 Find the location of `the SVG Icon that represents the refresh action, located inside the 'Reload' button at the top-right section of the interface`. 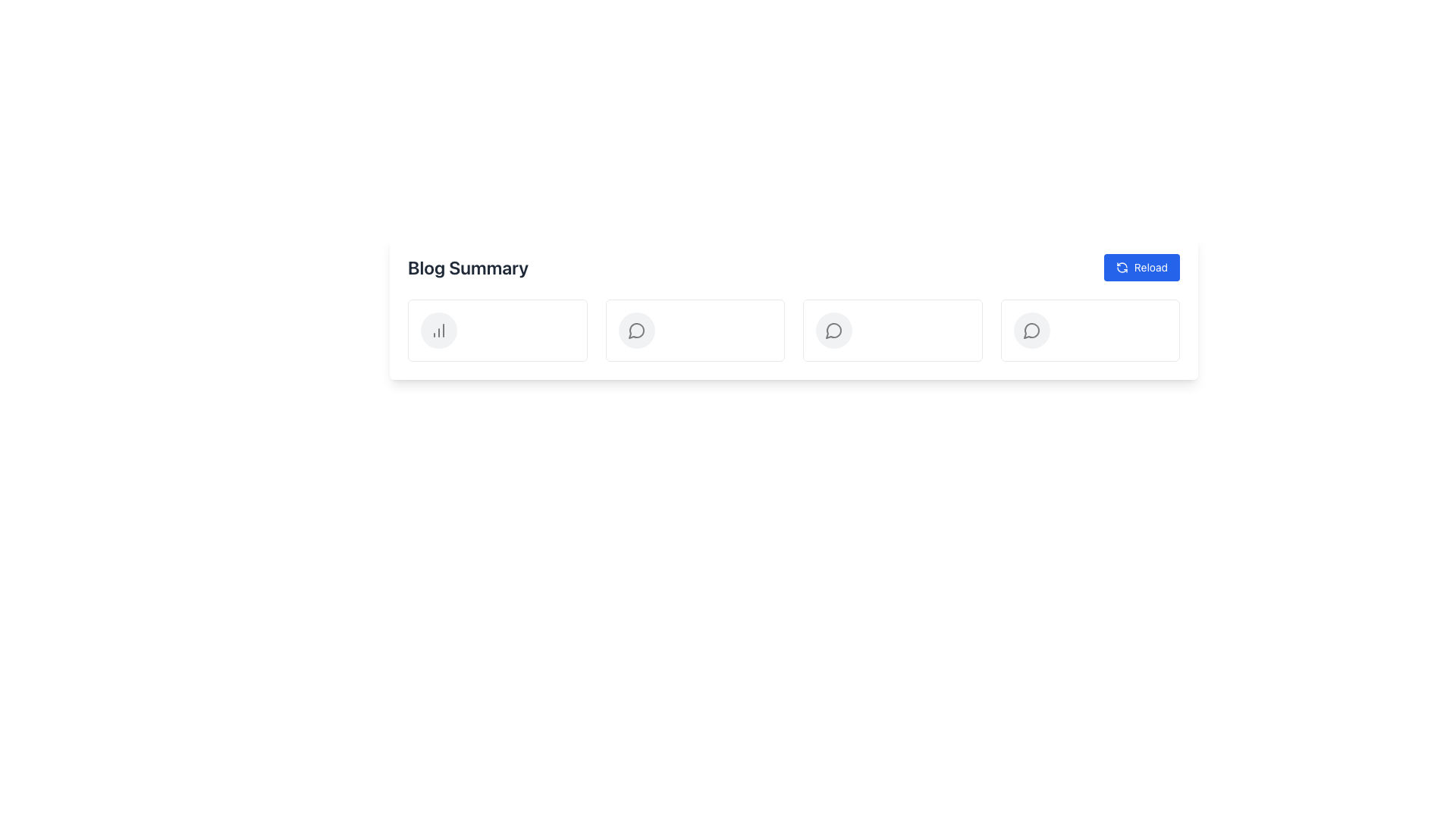

the SVG Icon that represents the refresh action, located inside the 'Reload' button at the top-right section of the interface is located at coordinates (1122, 267).